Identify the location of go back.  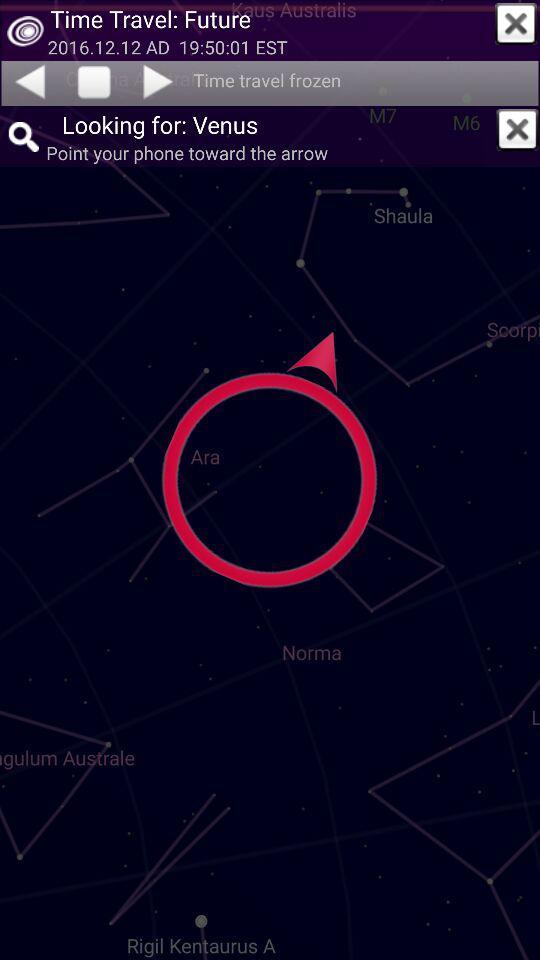
(28, 81).